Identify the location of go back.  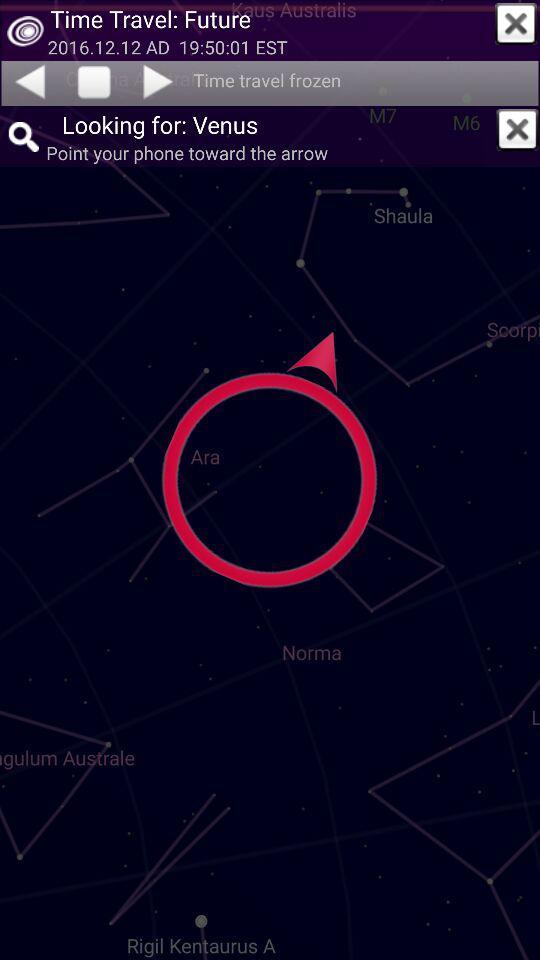
(28, 81).